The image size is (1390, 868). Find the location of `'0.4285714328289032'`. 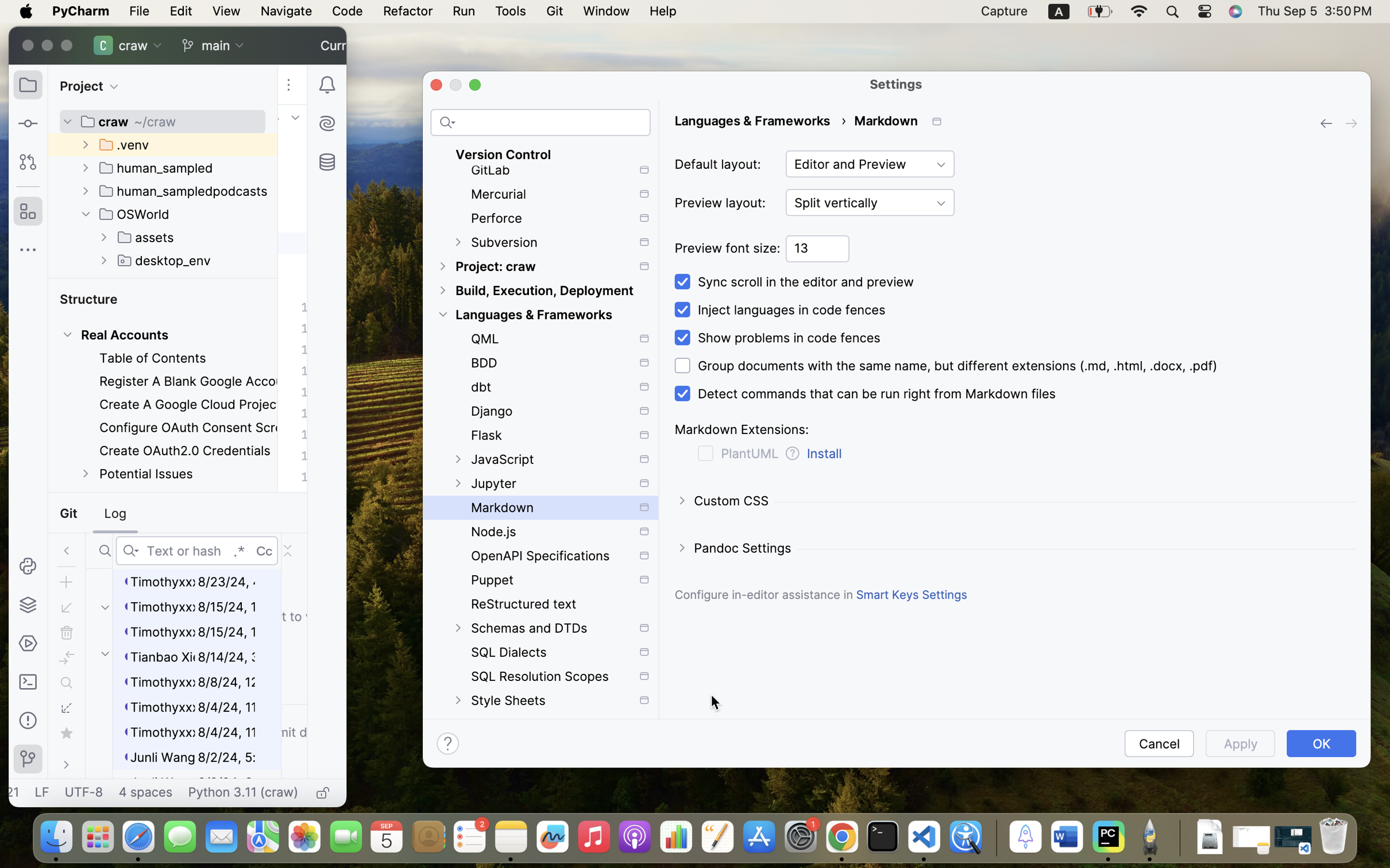

'0.4285714328289032' is located at coordinates (994, 837).